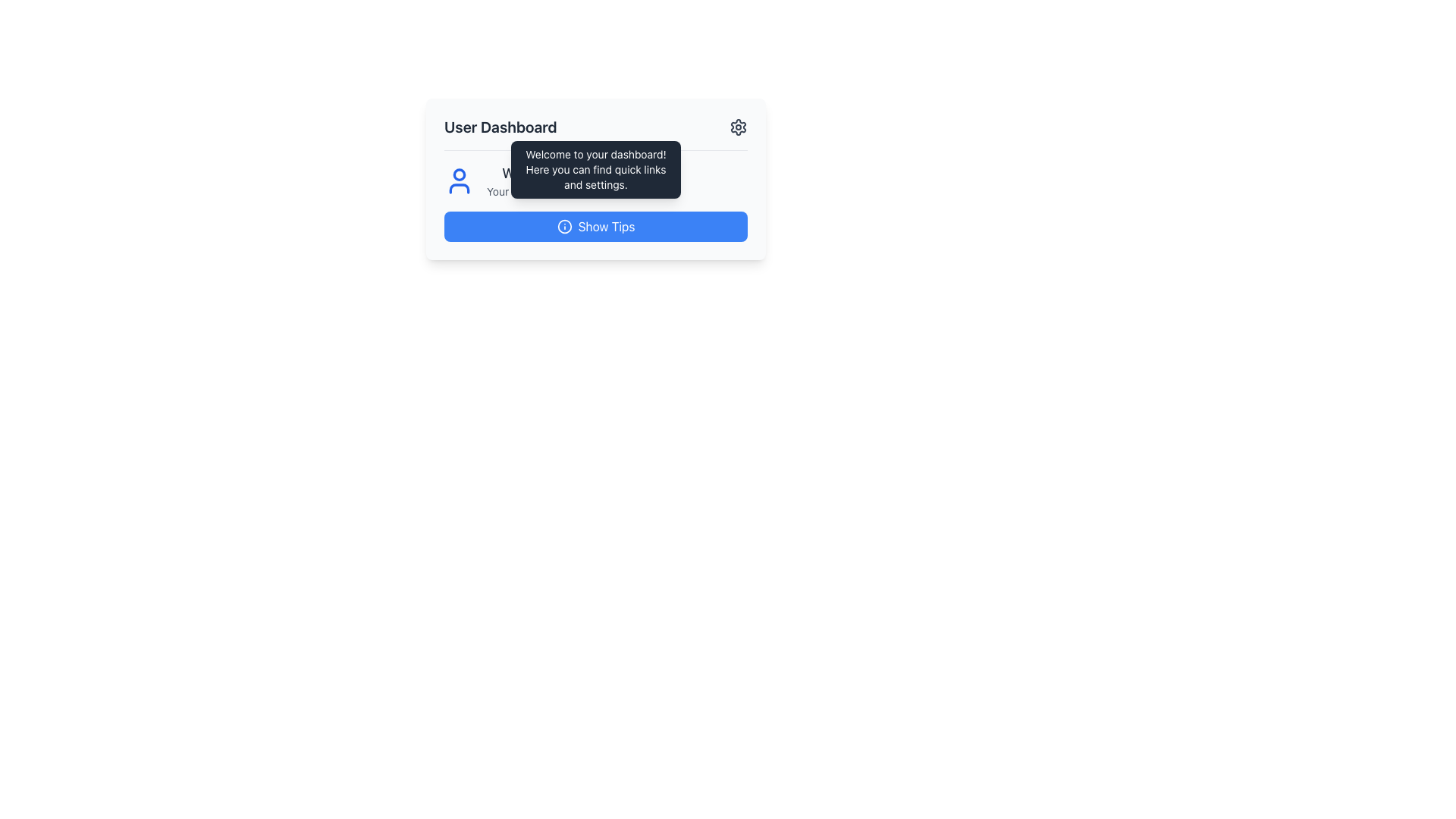 This screenshot has height=819, width=1456. Describe the element at coordinates (595, 169) in the screenshot. I see `the Tooltip or notification box that provides a brief welcoming message or instructional information regarding the dashboard's features` at that location.